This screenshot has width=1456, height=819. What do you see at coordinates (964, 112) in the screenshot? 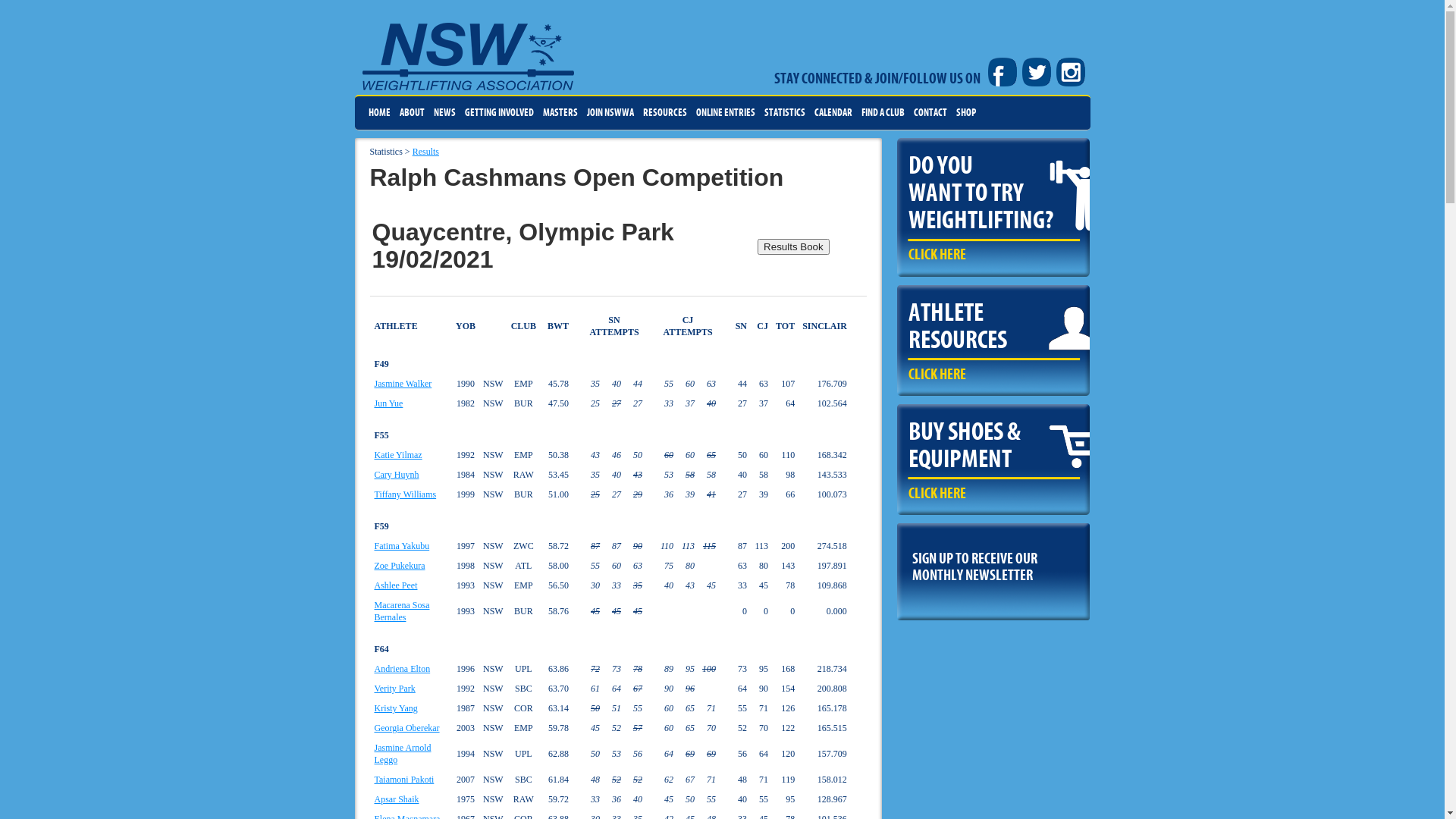
I see `'SHOP'` at bounding box center [964, 112].